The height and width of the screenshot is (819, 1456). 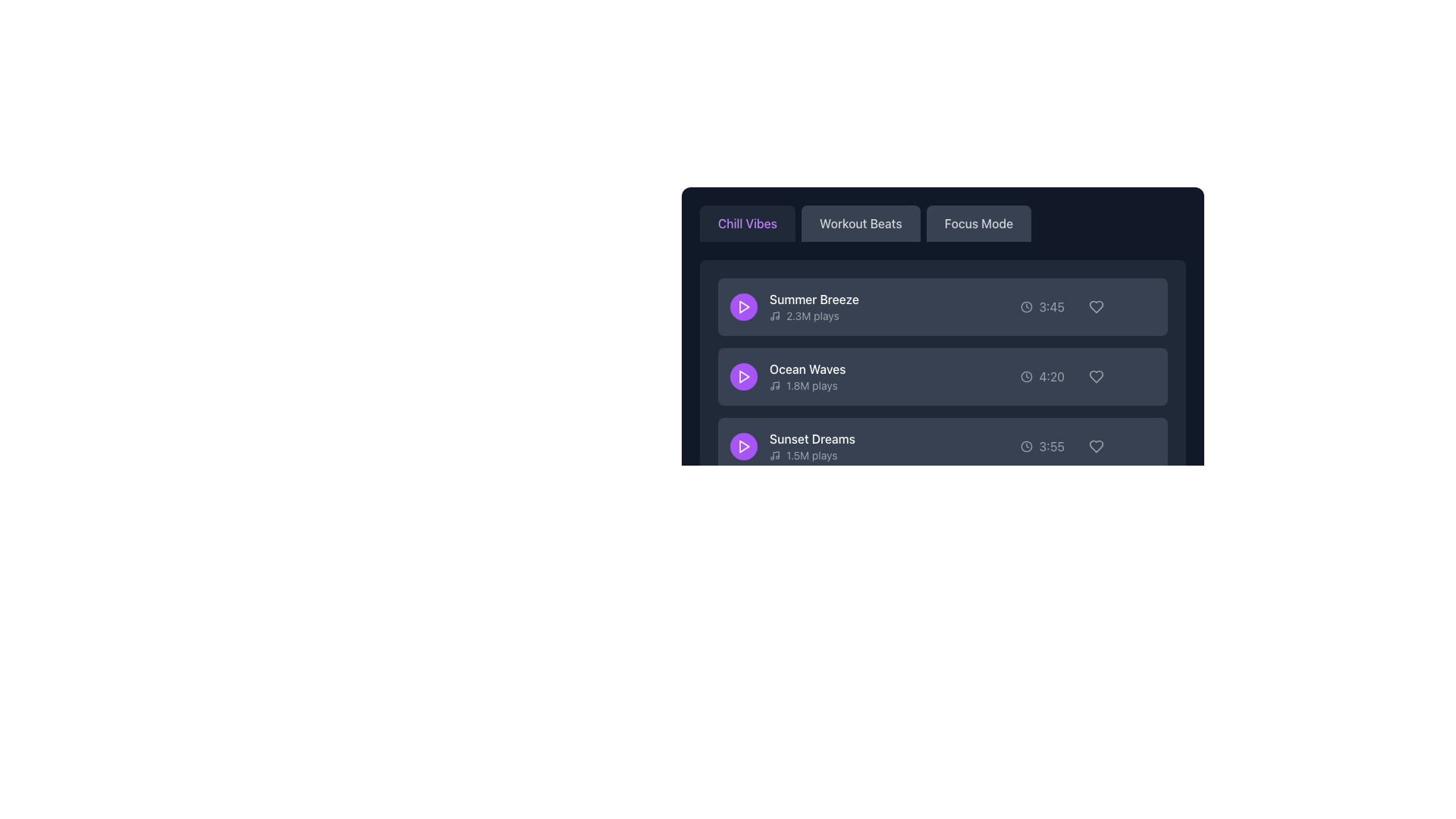 What do you see at coordinates (1096, 446) in the screenshot?
I see `the small heart-shaped button, the third item in the list of interactive icons next to the track 'Sunset Dreams'` at bounding box center [1096, 446].